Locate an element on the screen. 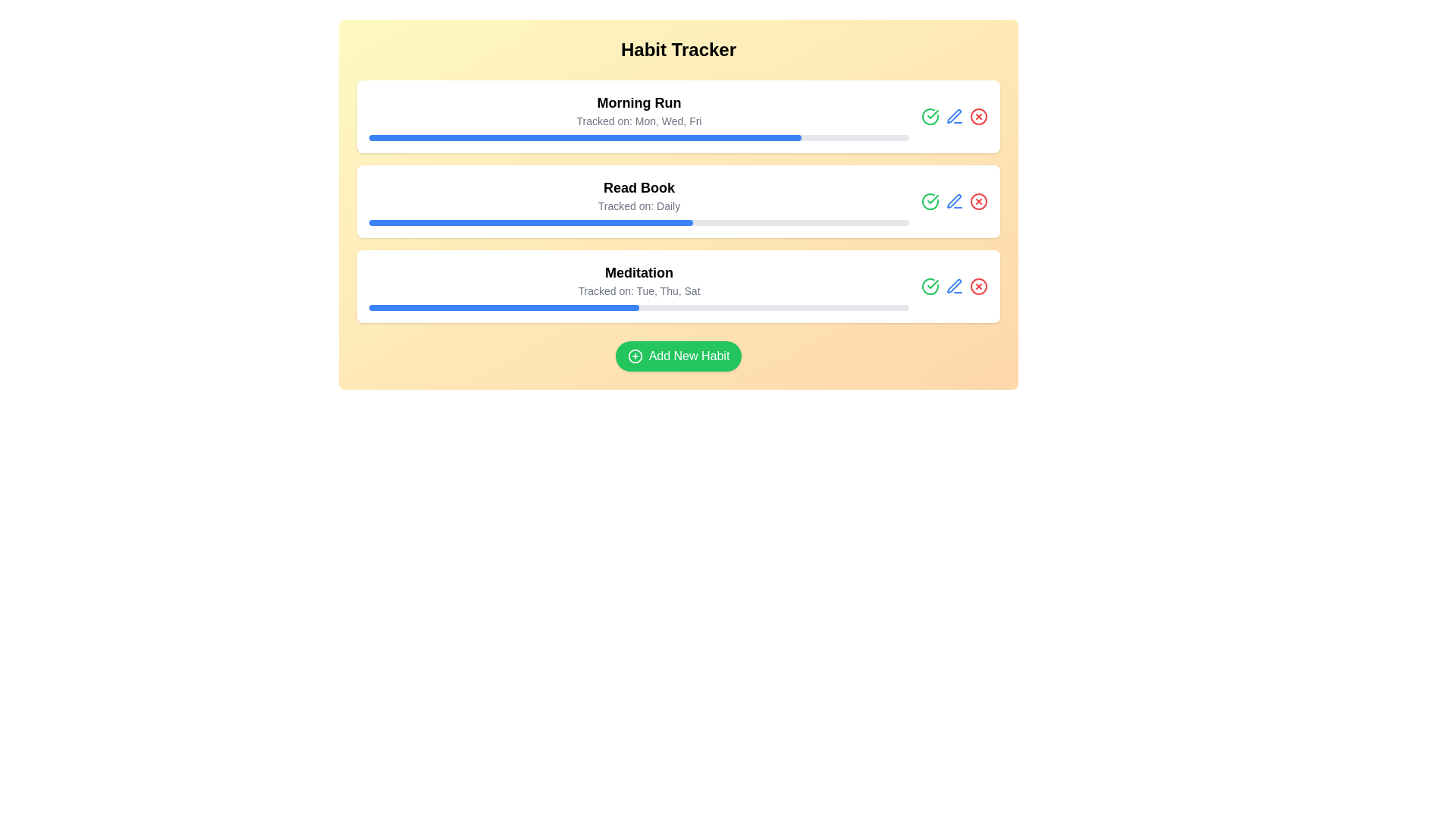 The width and height of the screenshot is (1456, 819). the button that marks the 'Morning Run' habit as completed is located at coordinates (930, 201).